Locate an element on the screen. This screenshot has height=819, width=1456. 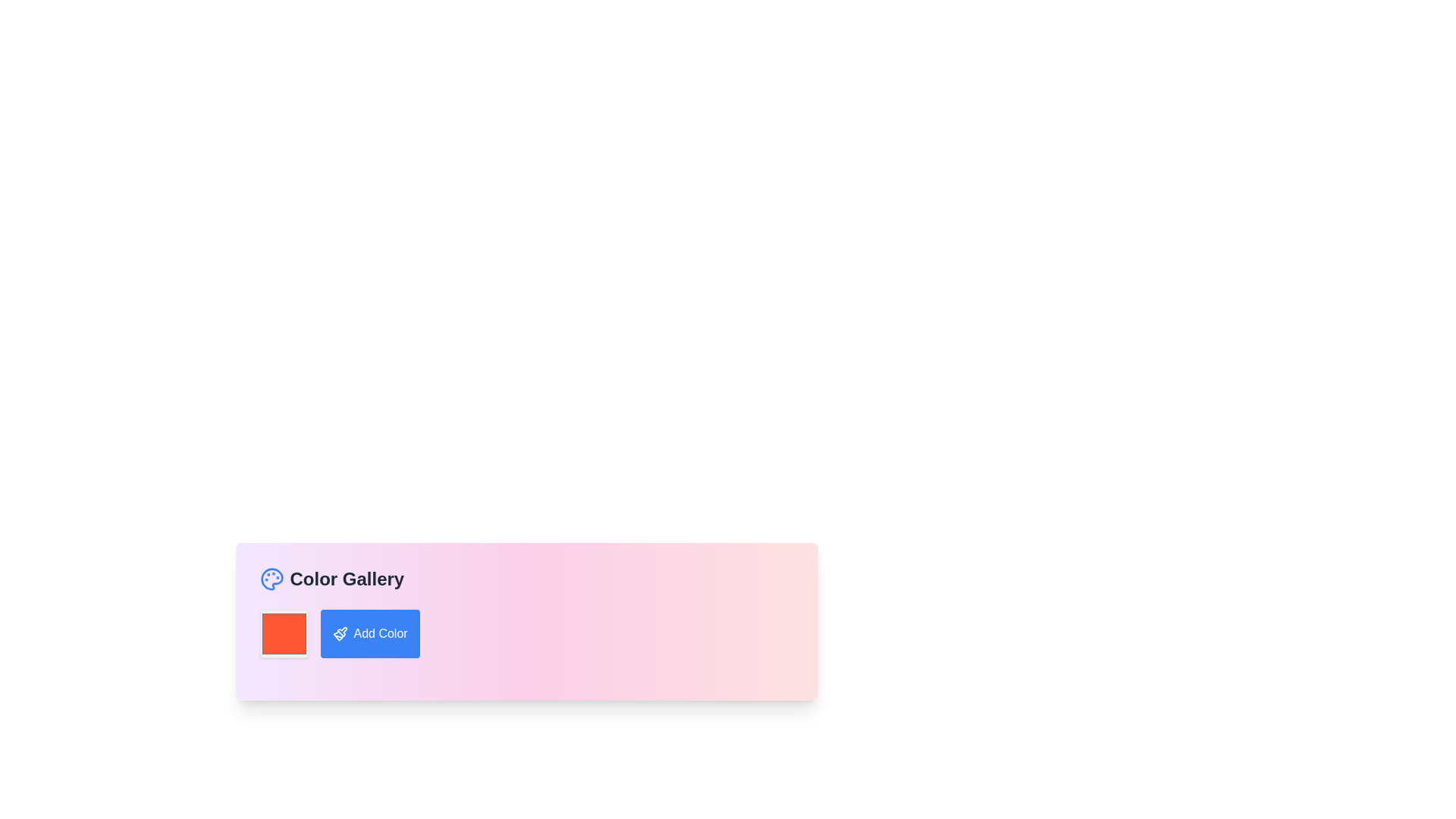
the blue button labeled 'Add Color' that contains the icon for adding color, located towards the center-right inside the 'Color Gallery' section is located at coordinates (339, 634).